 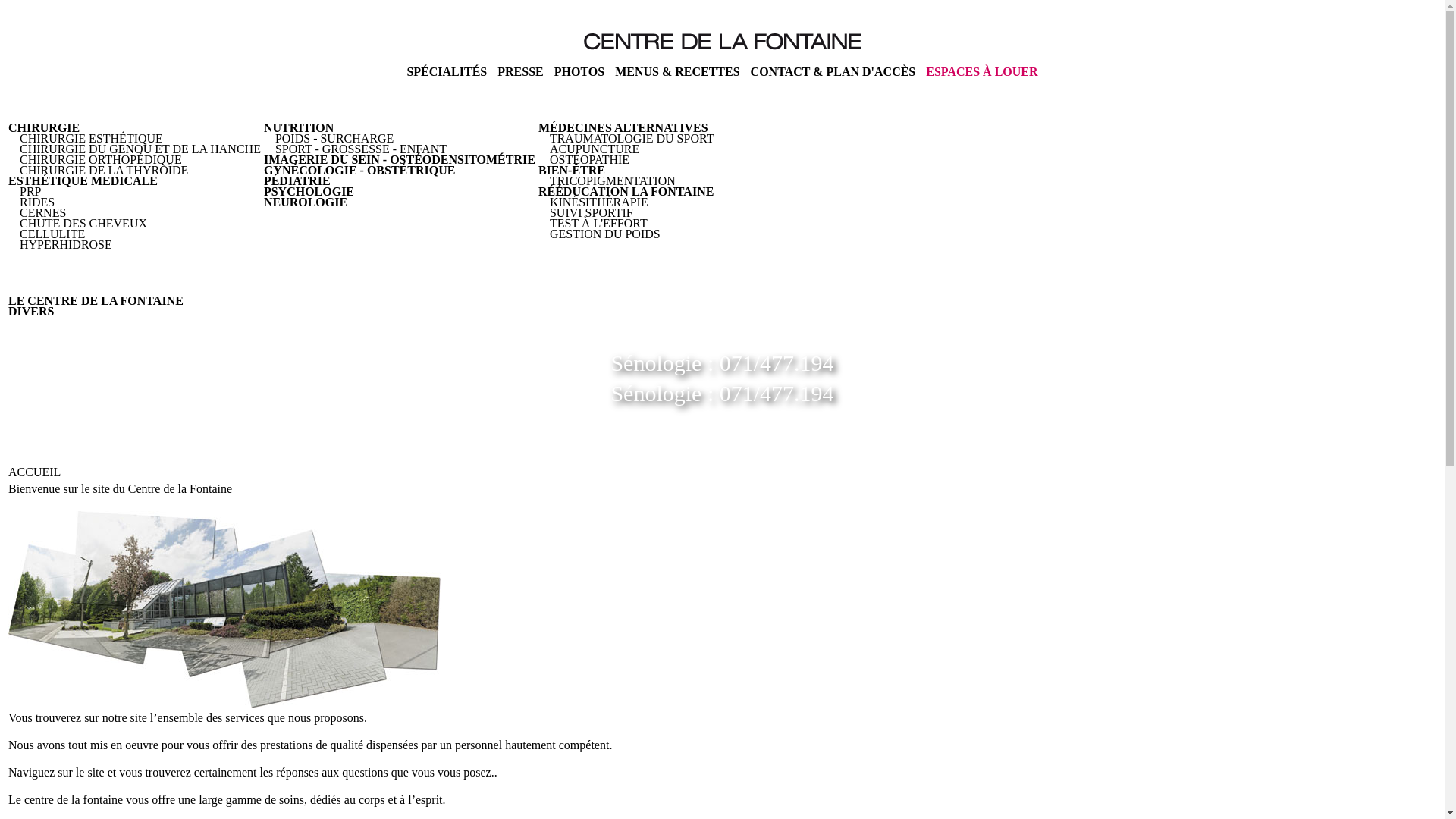 I want to click on 'TRAUMATOLOGIE DU SPORT', so click(x=632, y=138).